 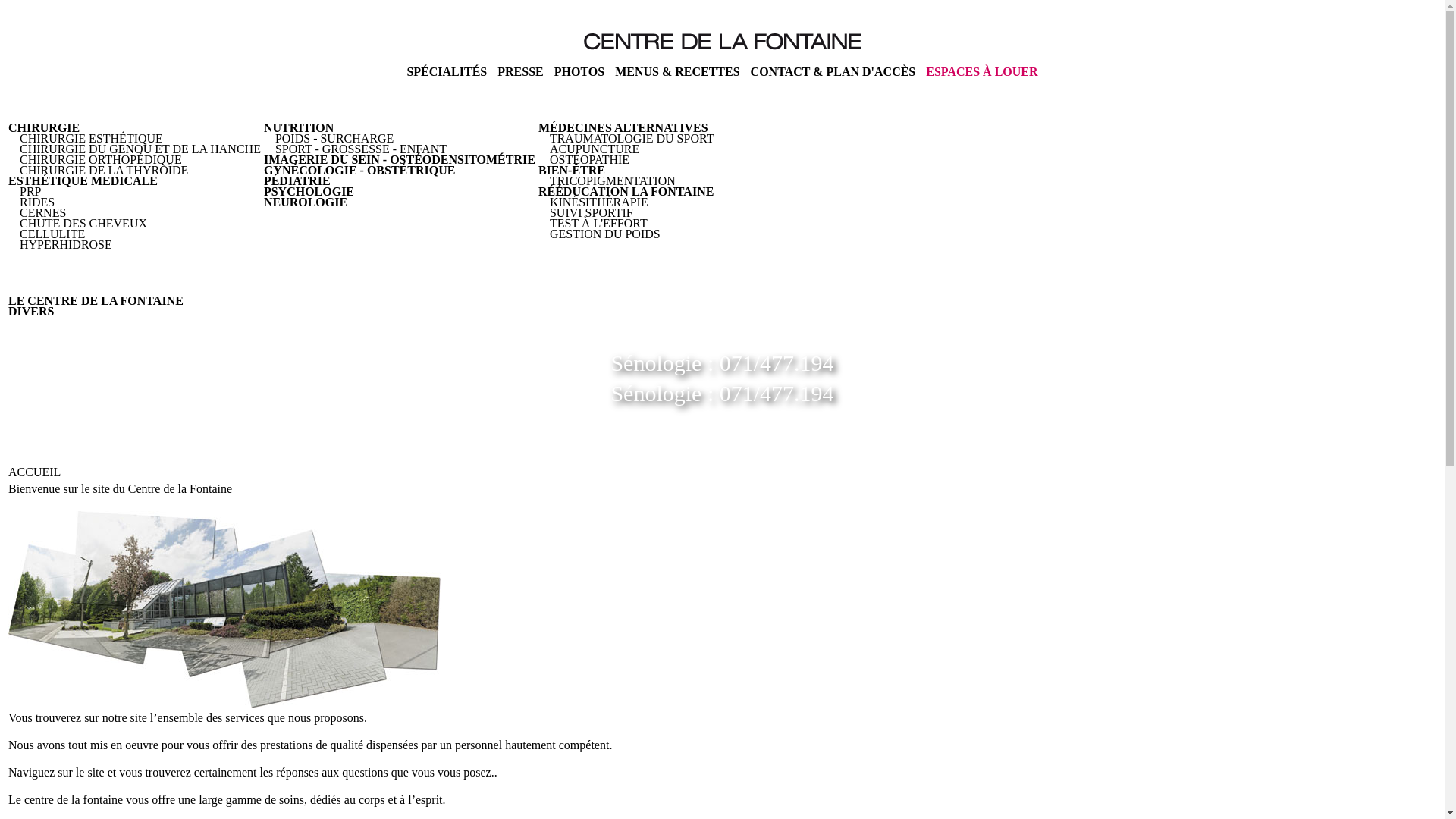 I want to click on 'TRAUMATOLOGIE DU SPORT', so click(x=632, y=138).